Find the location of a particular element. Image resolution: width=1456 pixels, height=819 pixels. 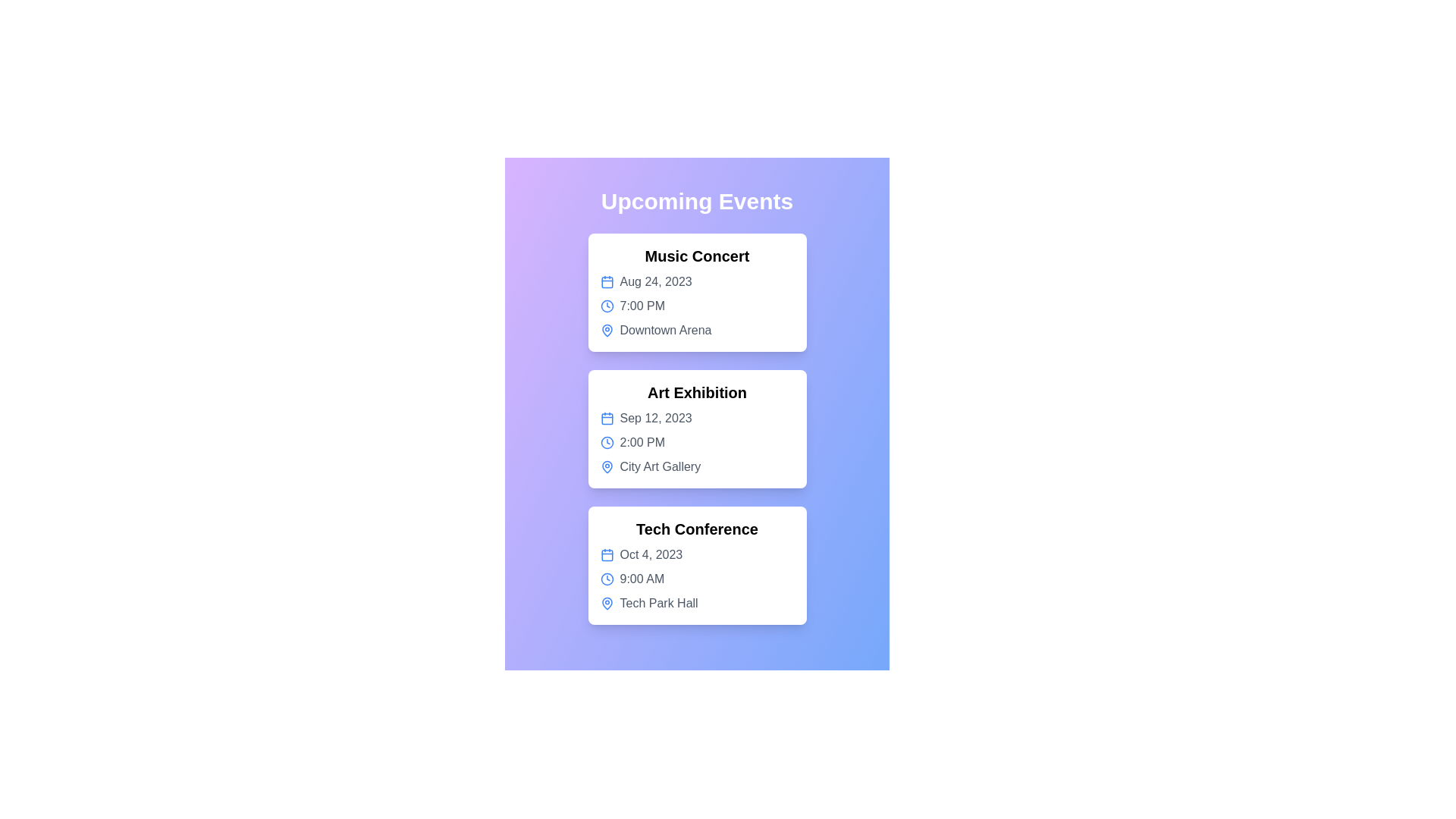

the time icon that visually represents '7:00 PM', located to the left of the text '7:00 PM' is located at coordinates (607, 306).